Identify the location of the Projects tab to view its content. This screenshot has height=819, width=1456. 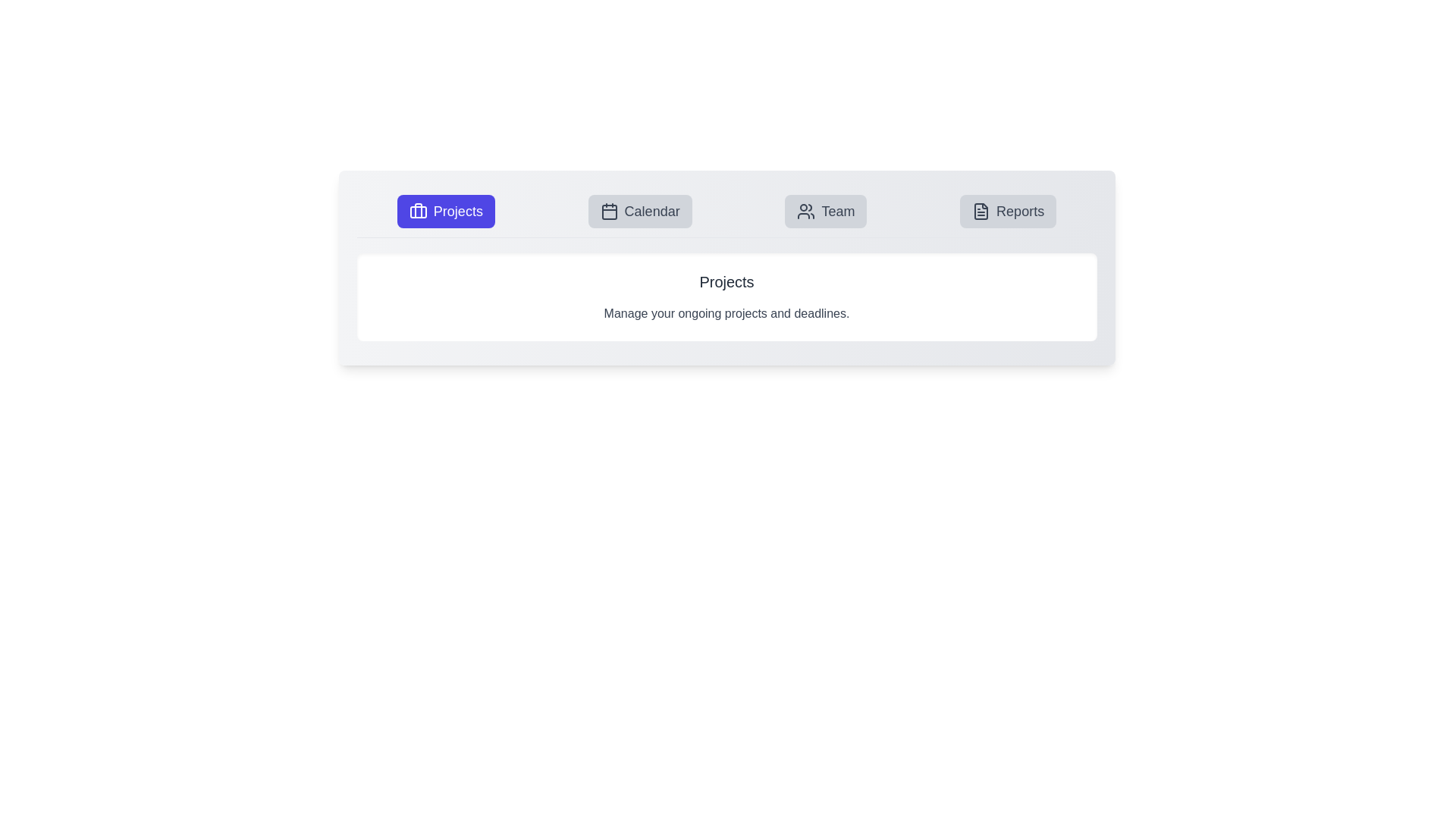
(445, 211).